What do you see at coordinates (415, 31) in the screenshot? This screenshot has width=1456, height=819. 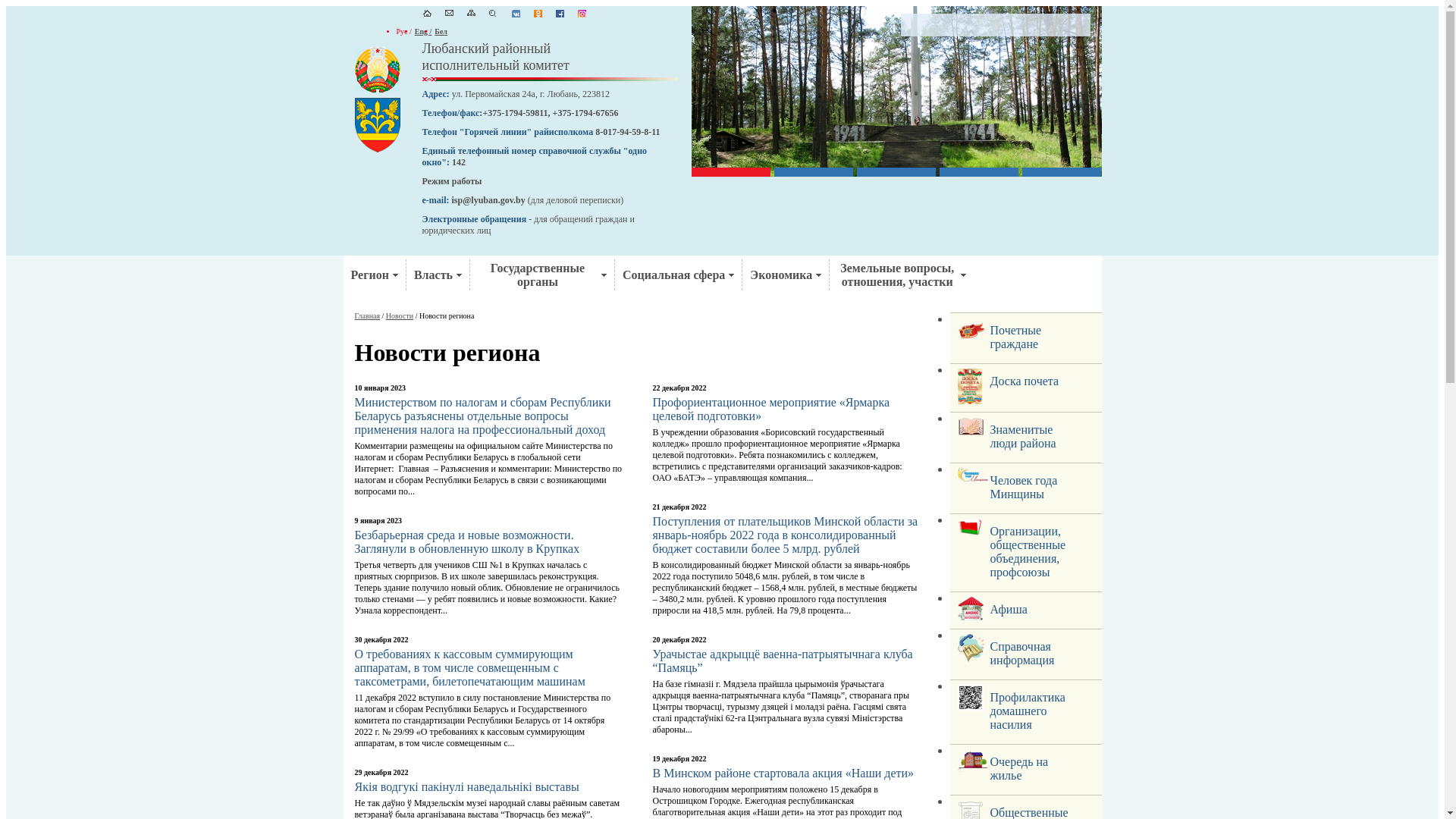 I see `'Eng /'` at bounding box center [415, 31].